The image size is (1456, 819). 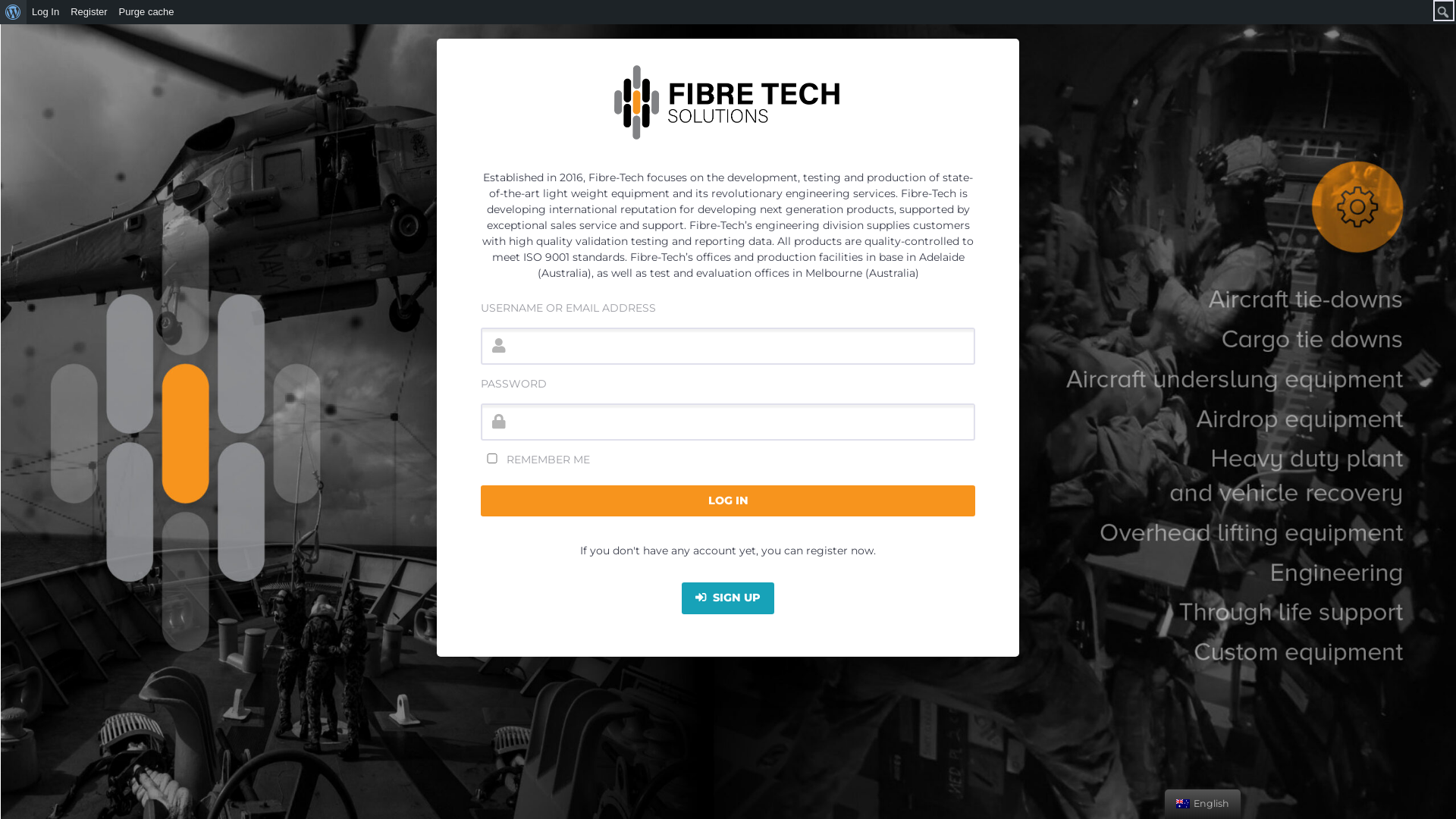 What do you see at coordinates (45, 11) in the screenshot?
I see `'Log In'` at bounding box center [45, 11].